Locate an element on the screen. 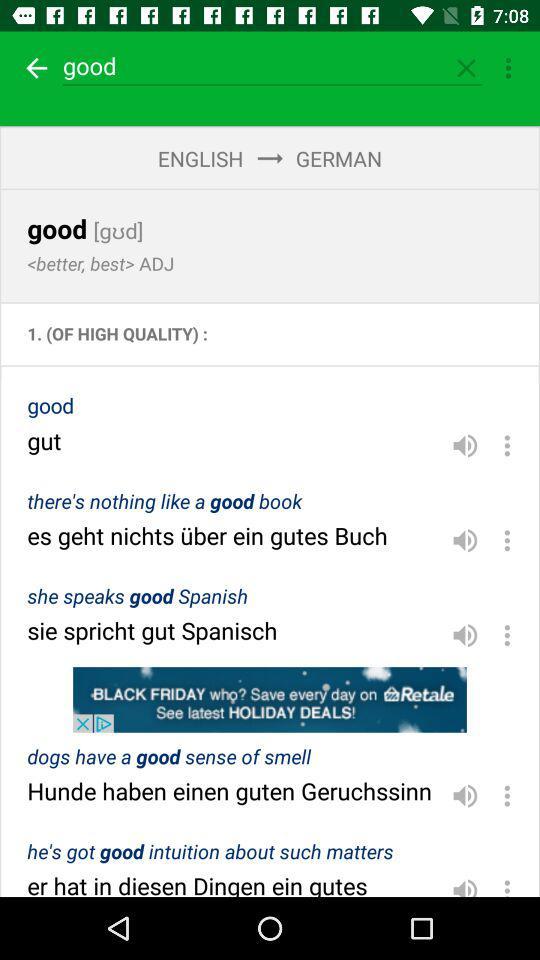 Image resolution: width=540 pixels, height=960 pixels. pick another option is located at coordinates (507, 539).